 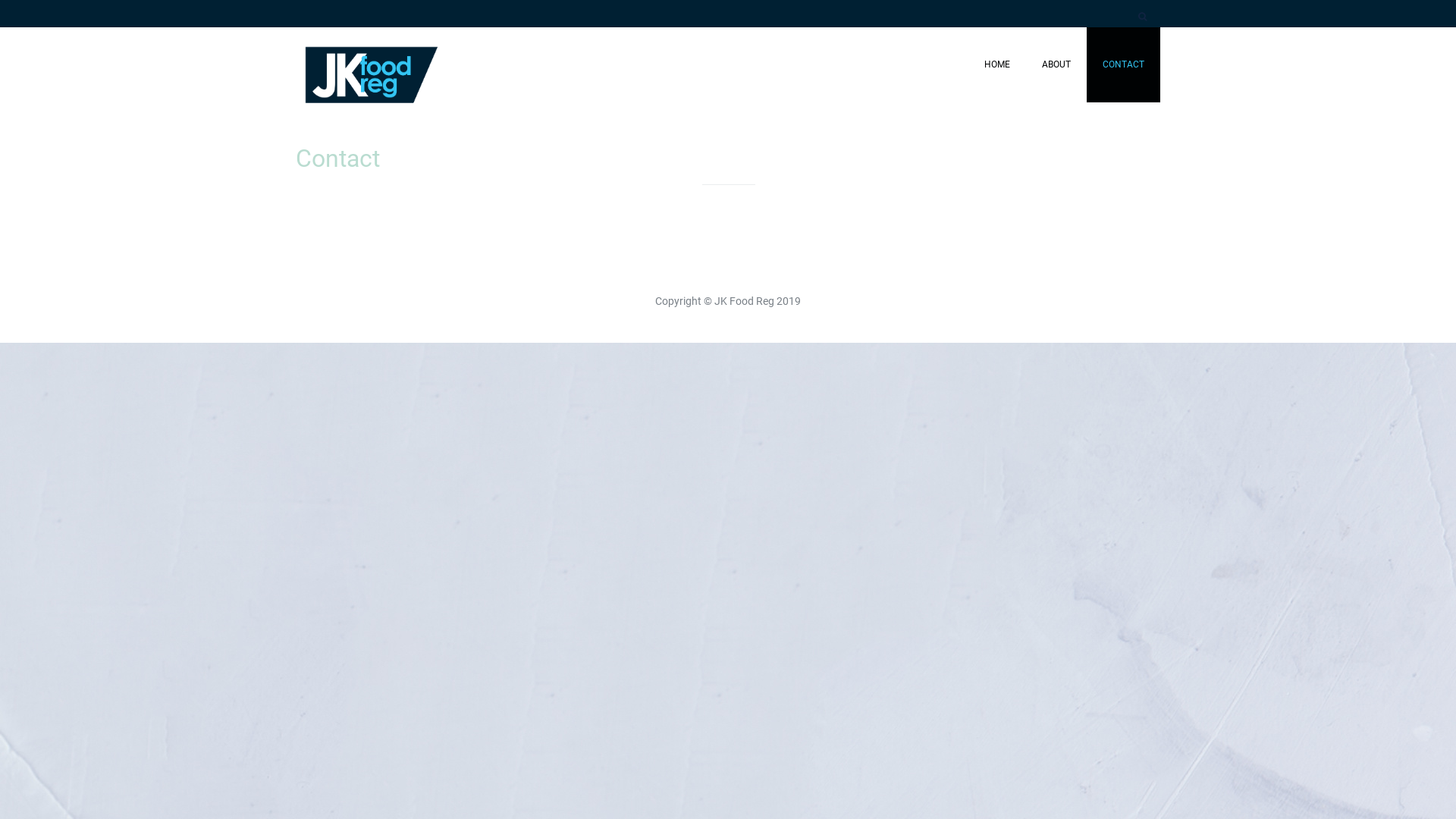 What do you see at coordinates (1055, 64) in the screenshot?
I see `'ABOUT'` at bounding box center [1055, 64].